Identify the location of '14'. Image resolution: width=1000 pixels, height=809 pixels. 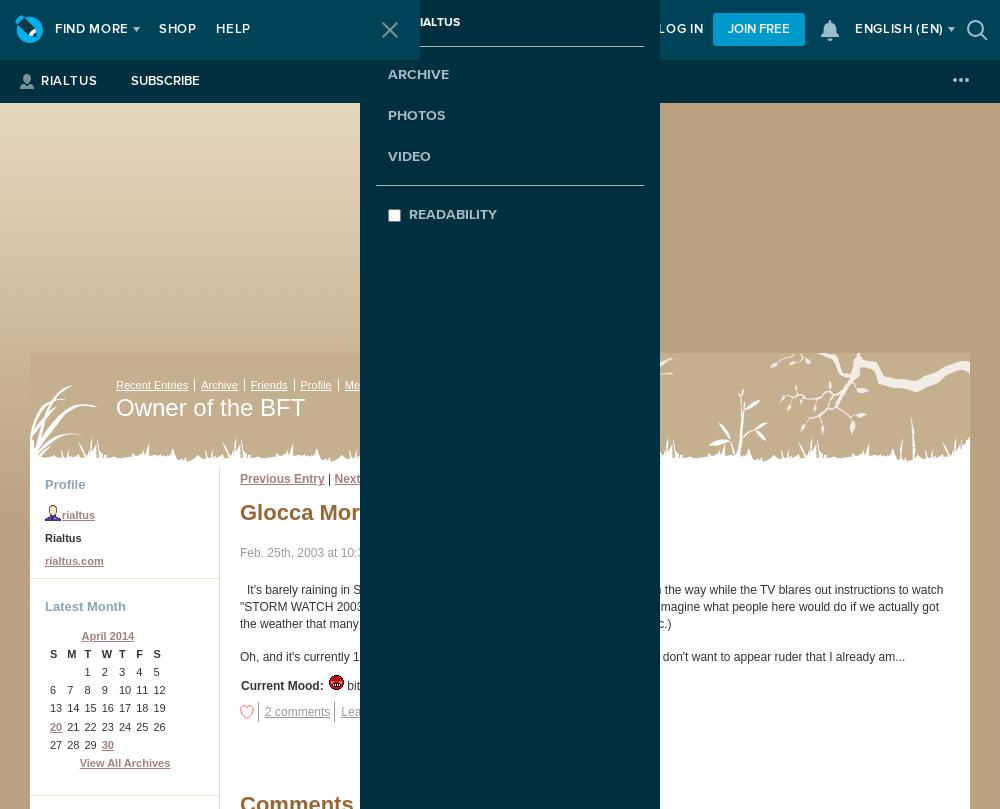
(72, 707).